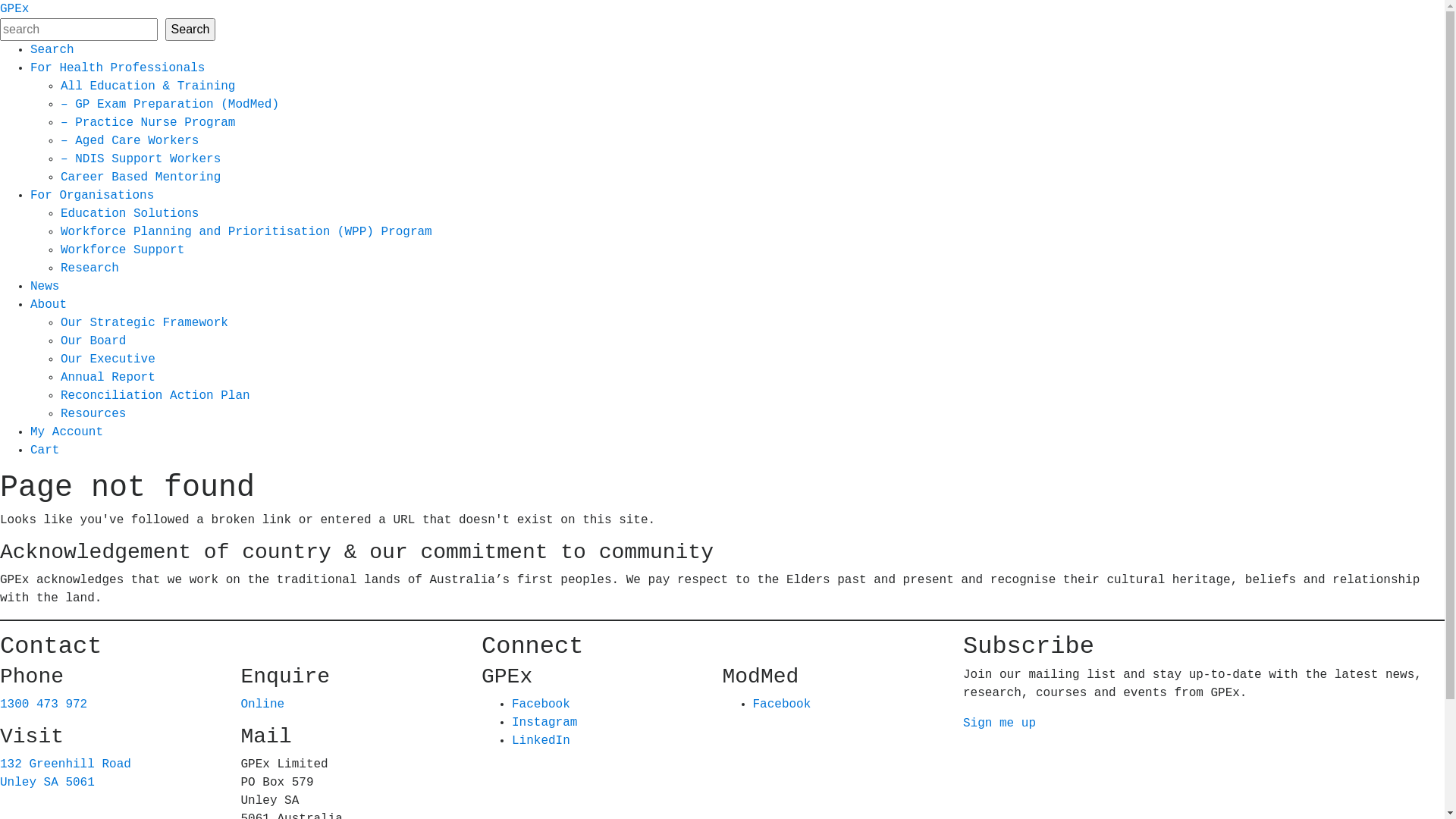 The width and height of the screenshot is (1456, 819). Describe the element at coordinates (93, 341) in the screenshot. I see `'Our Board'` at that location.